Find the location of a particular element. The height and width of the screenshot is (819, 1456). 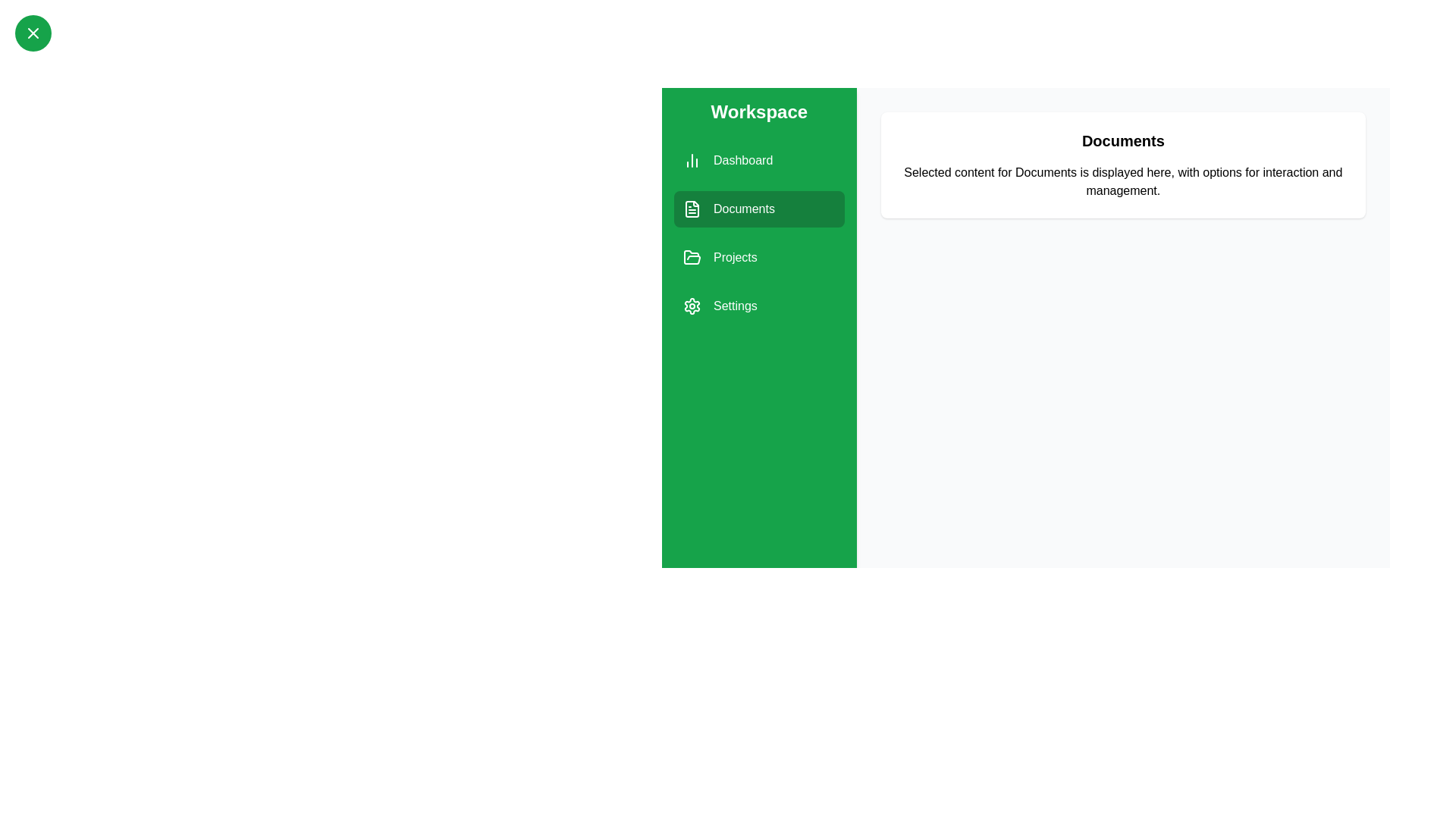

the Settings section from the sidebar is located at coordinates (759, 306).